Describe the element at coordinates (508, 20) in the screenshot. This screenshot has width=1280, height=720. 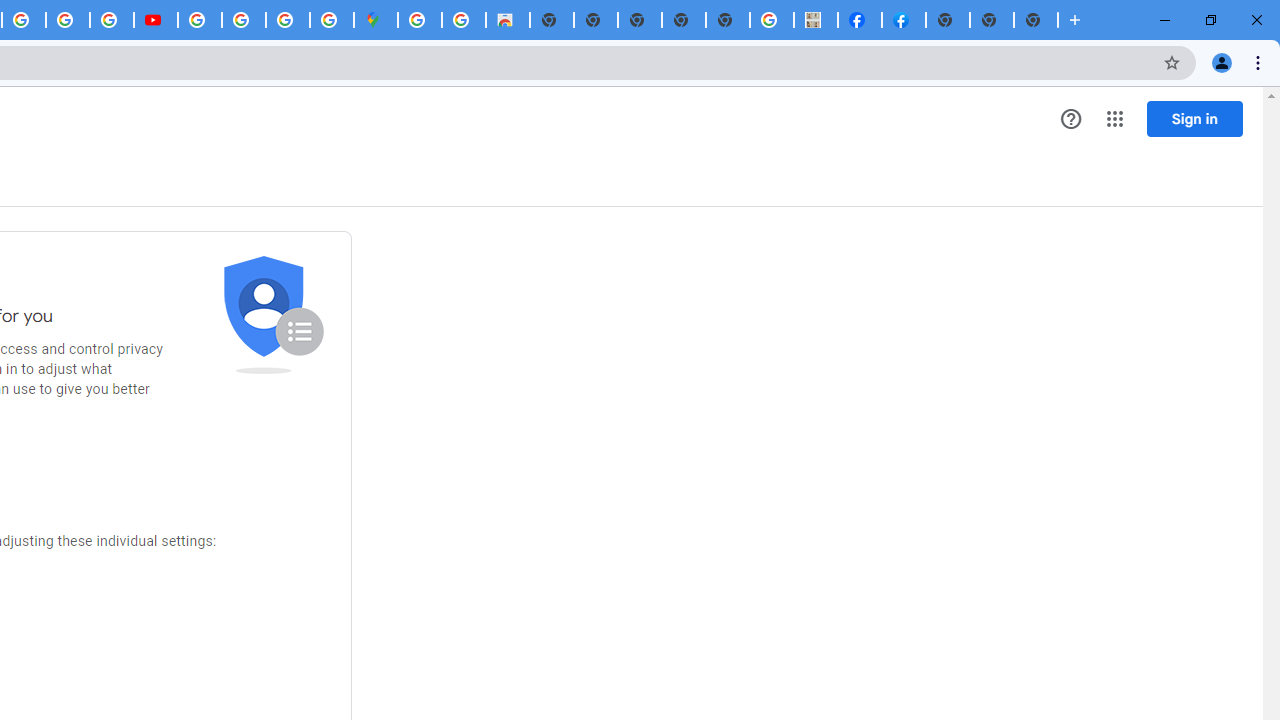
I see `'Chrome Web Store - Shopping'` at that location.